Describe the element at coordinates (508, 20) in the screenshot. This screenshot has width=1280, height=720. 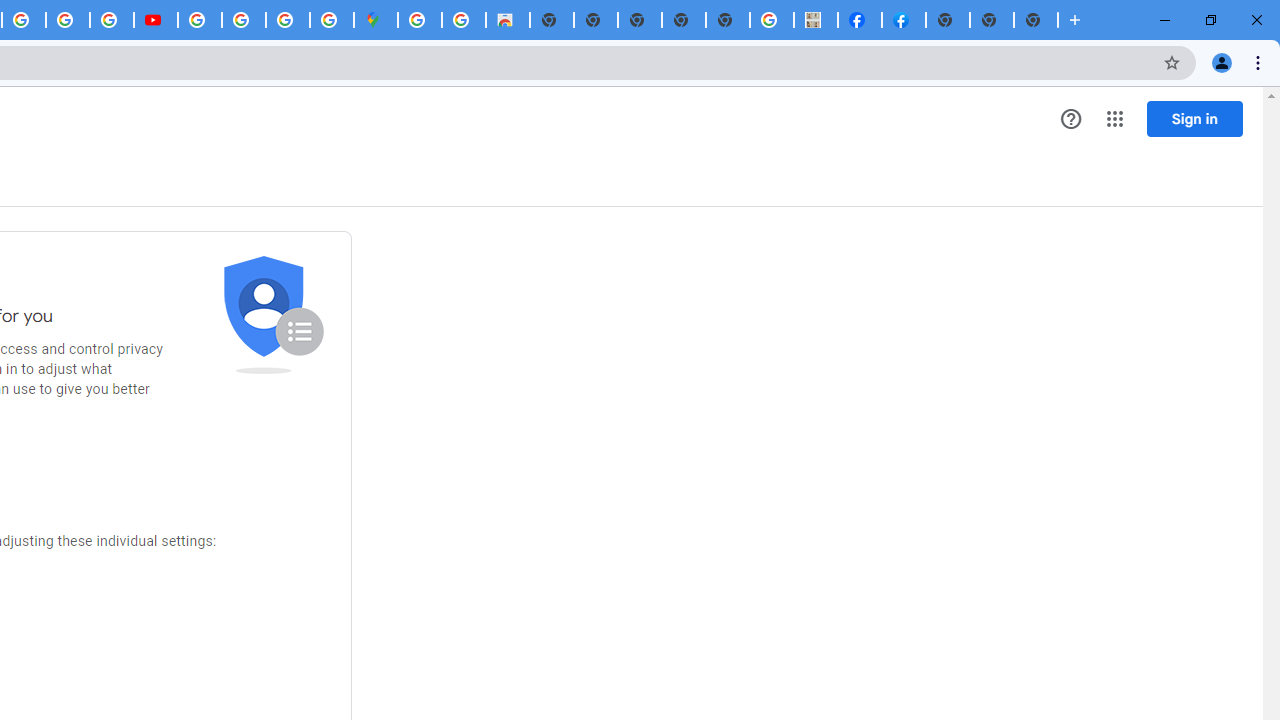
I see `'Chrome Web Store - Shopping'` at that location.